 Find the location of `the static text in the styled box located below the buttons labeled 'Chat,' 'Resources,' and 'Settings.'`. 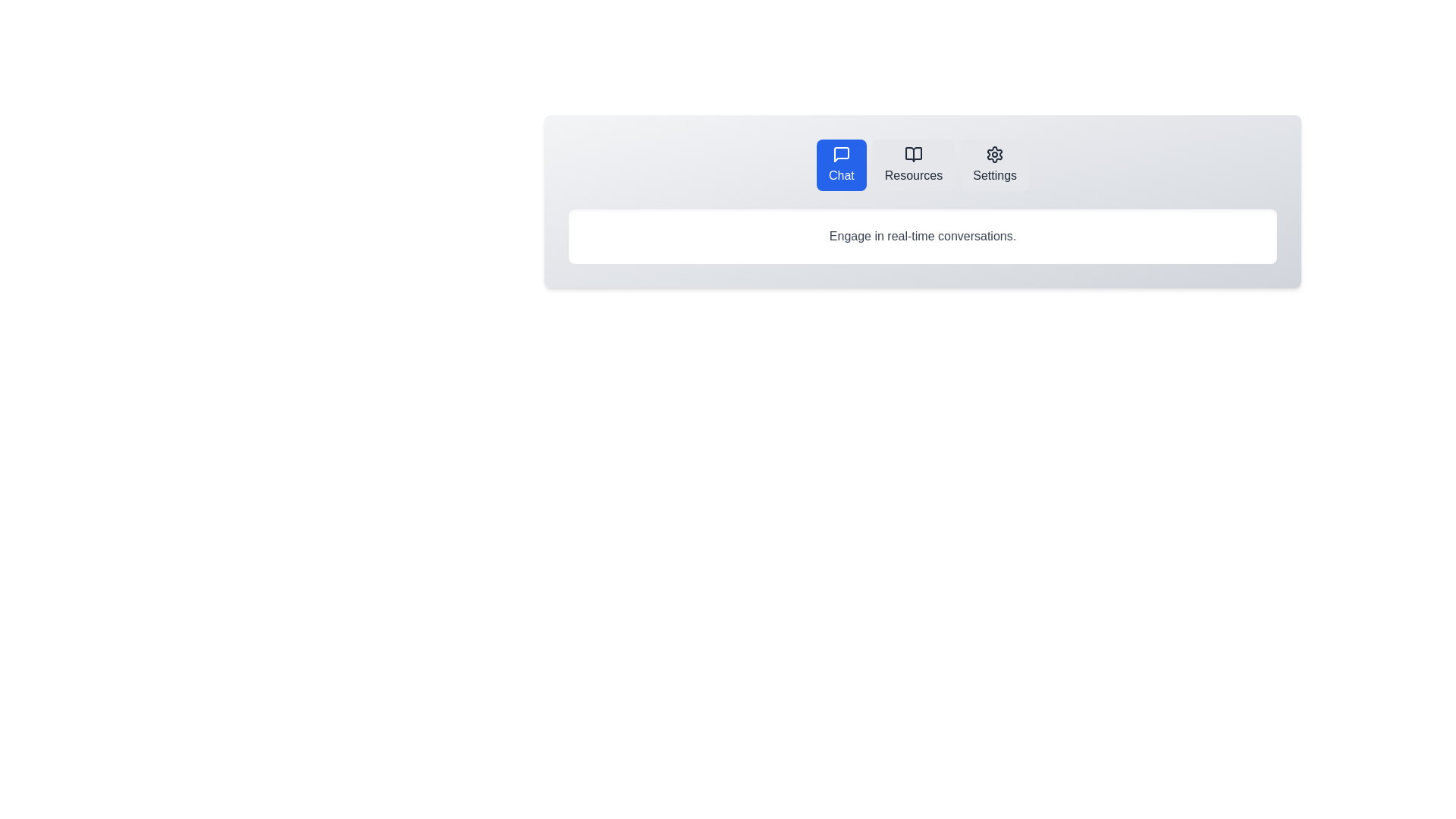

the static text in the styled box located below the buttons labeled 'Chat,' 'Resources,' and 'Settings.' is located at coordinates (922, 237).